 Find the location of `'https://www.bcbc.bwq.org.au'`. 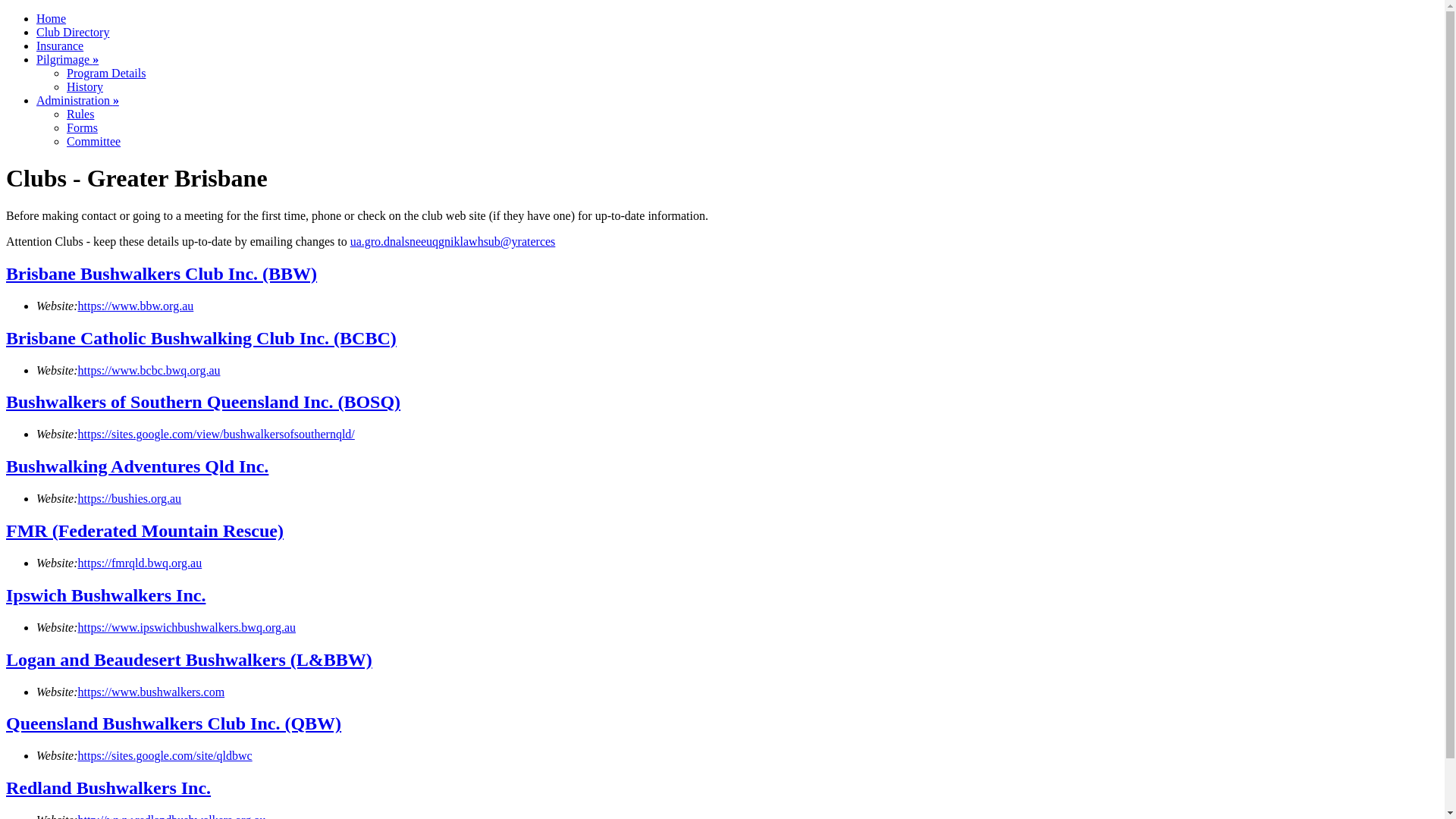

'https://www.bcbc.bwq.org.au' is located at coordinates (149, 370).